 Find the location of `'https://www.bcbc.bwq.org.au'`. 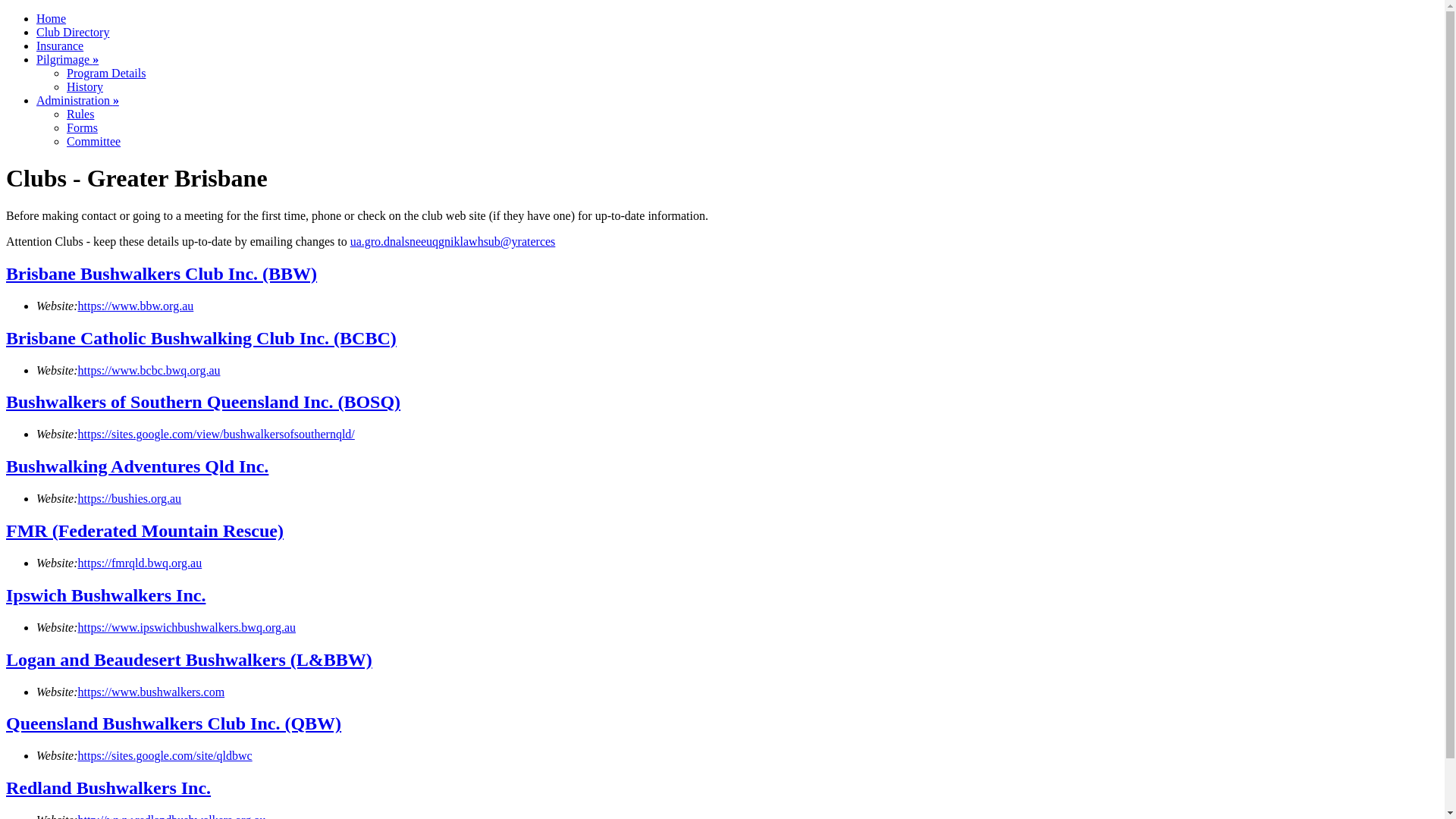

'https://www.bcbc.bwq.org.au' is located at coordinates (149, 370).